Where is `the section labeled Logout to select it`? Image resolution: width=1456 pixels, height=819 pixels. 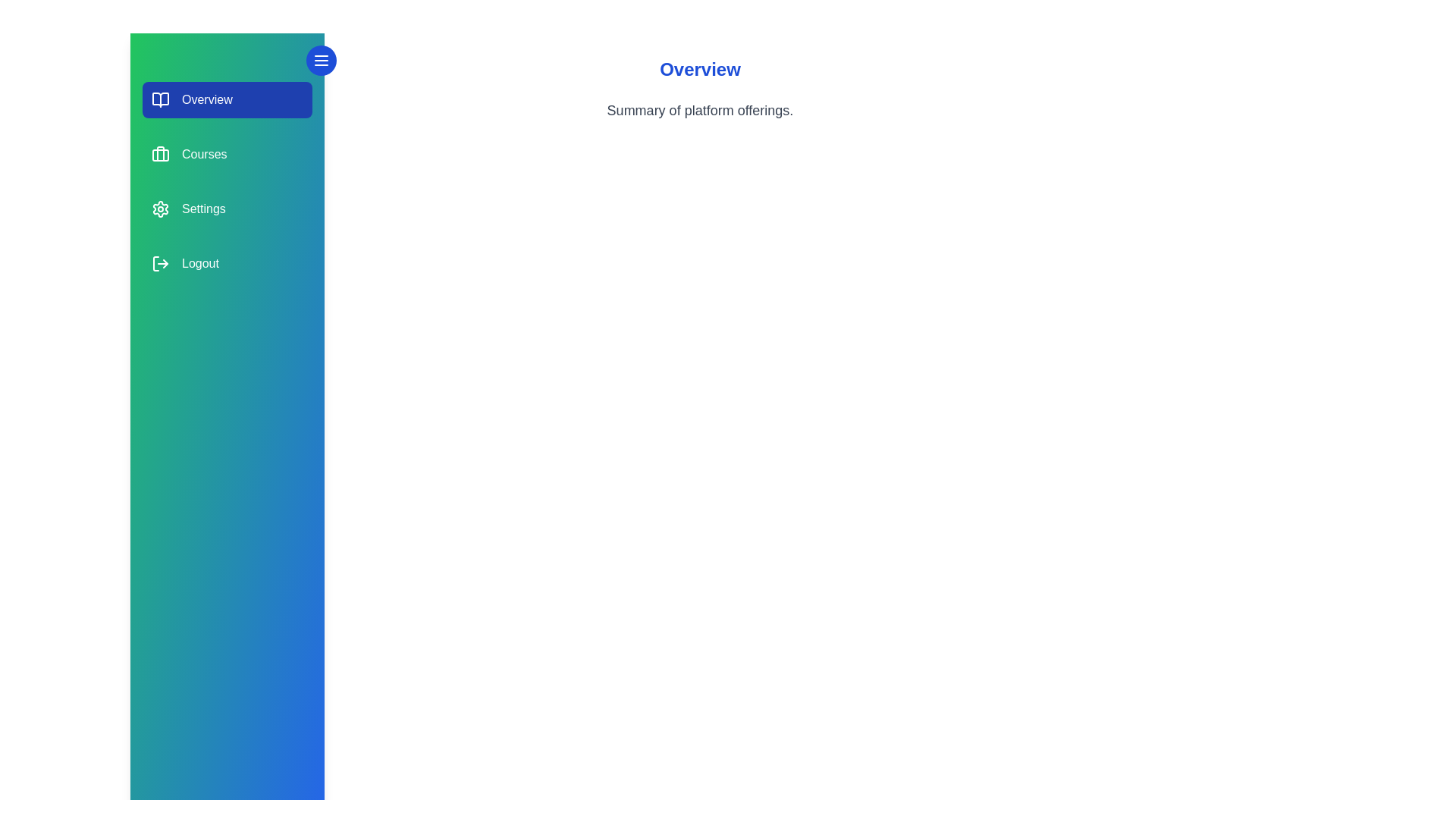 the section labeled Logout to select it is located at coordinates (226, 262).